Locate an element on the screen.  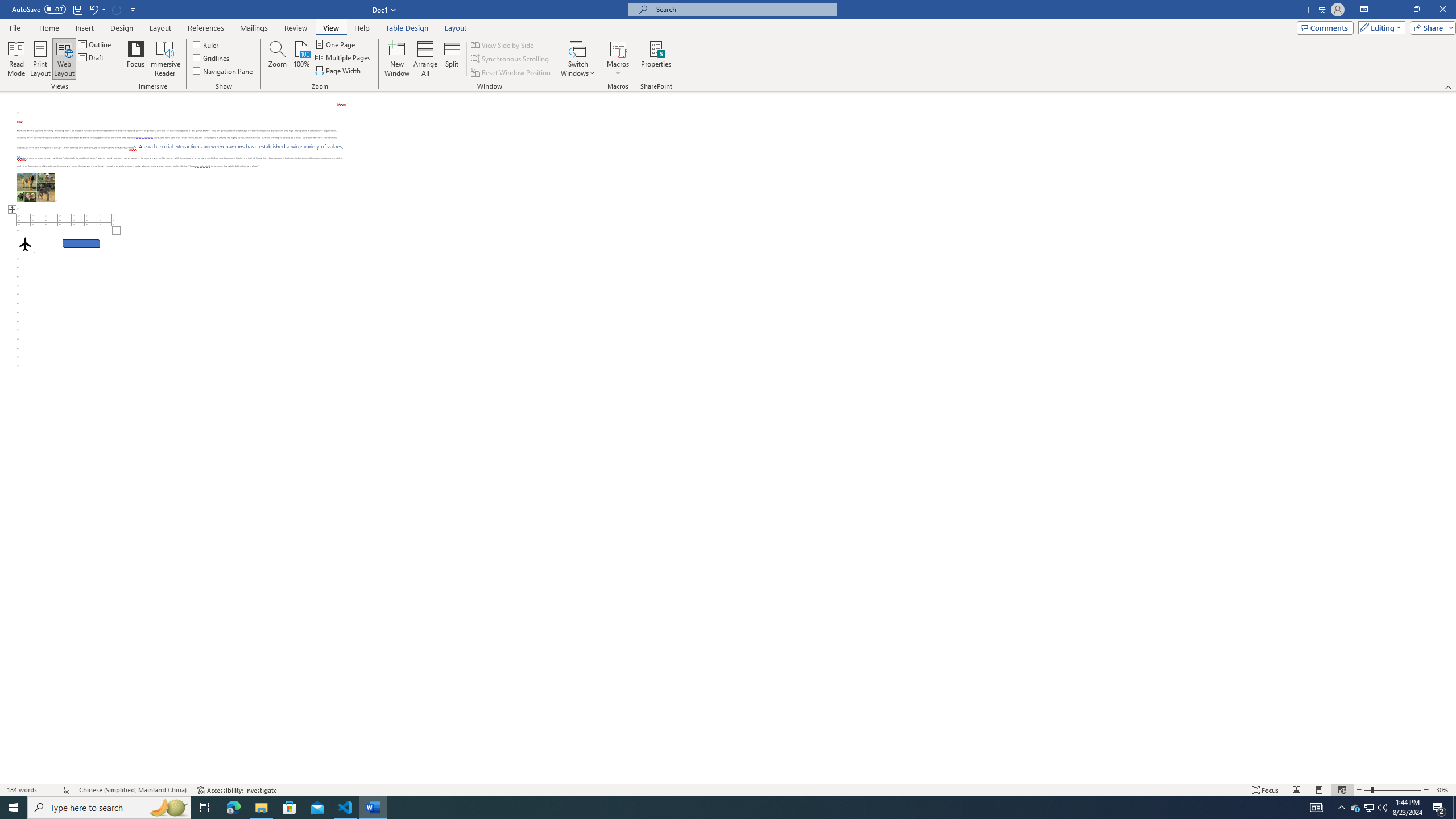
'Navigation Pane' is located at coordinates (222, 69).